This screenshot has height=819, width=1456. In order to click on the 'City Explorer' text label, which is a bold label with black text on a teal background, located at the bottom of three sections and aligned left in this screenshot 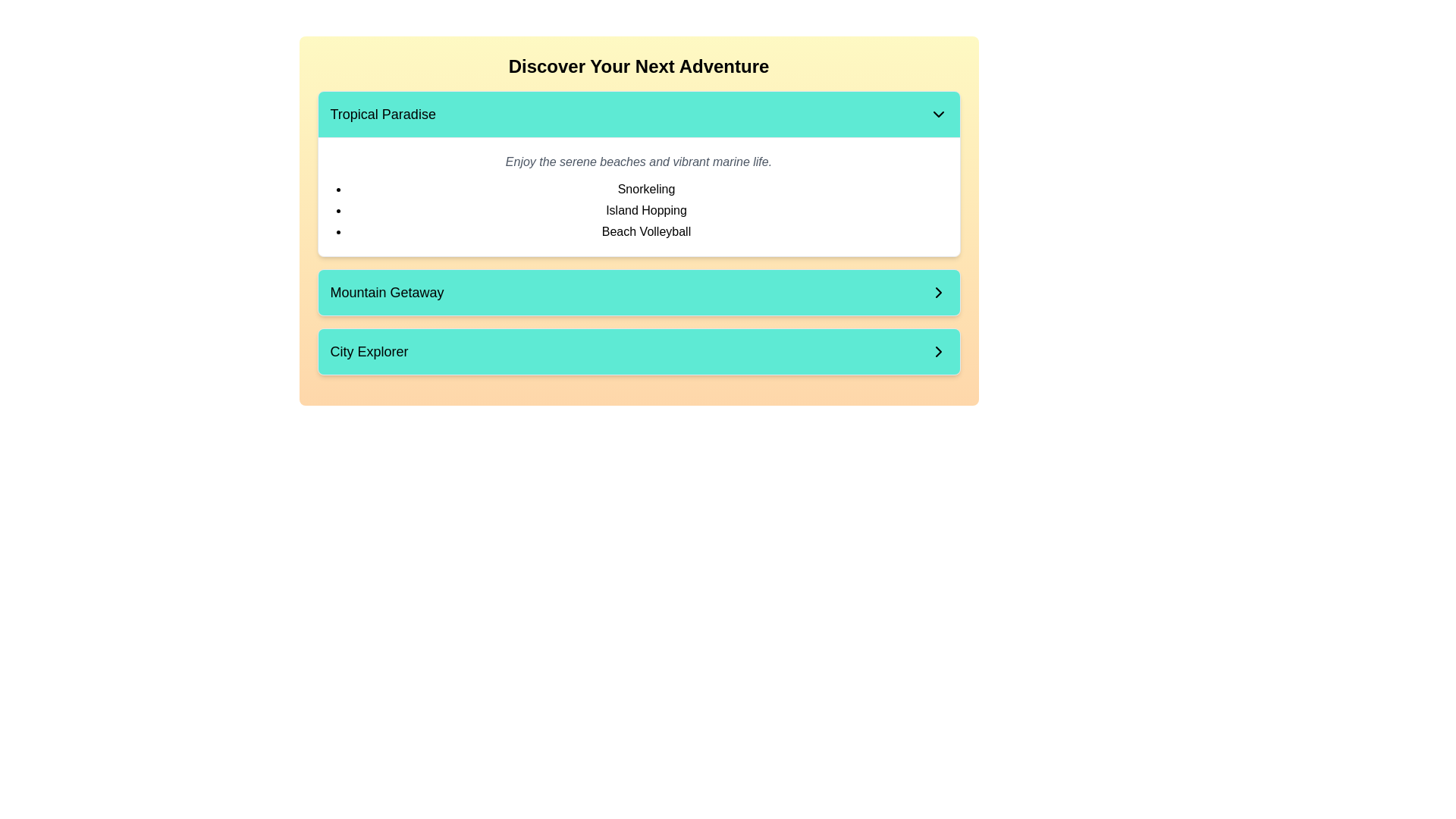, I will do `click(369, 351)`.